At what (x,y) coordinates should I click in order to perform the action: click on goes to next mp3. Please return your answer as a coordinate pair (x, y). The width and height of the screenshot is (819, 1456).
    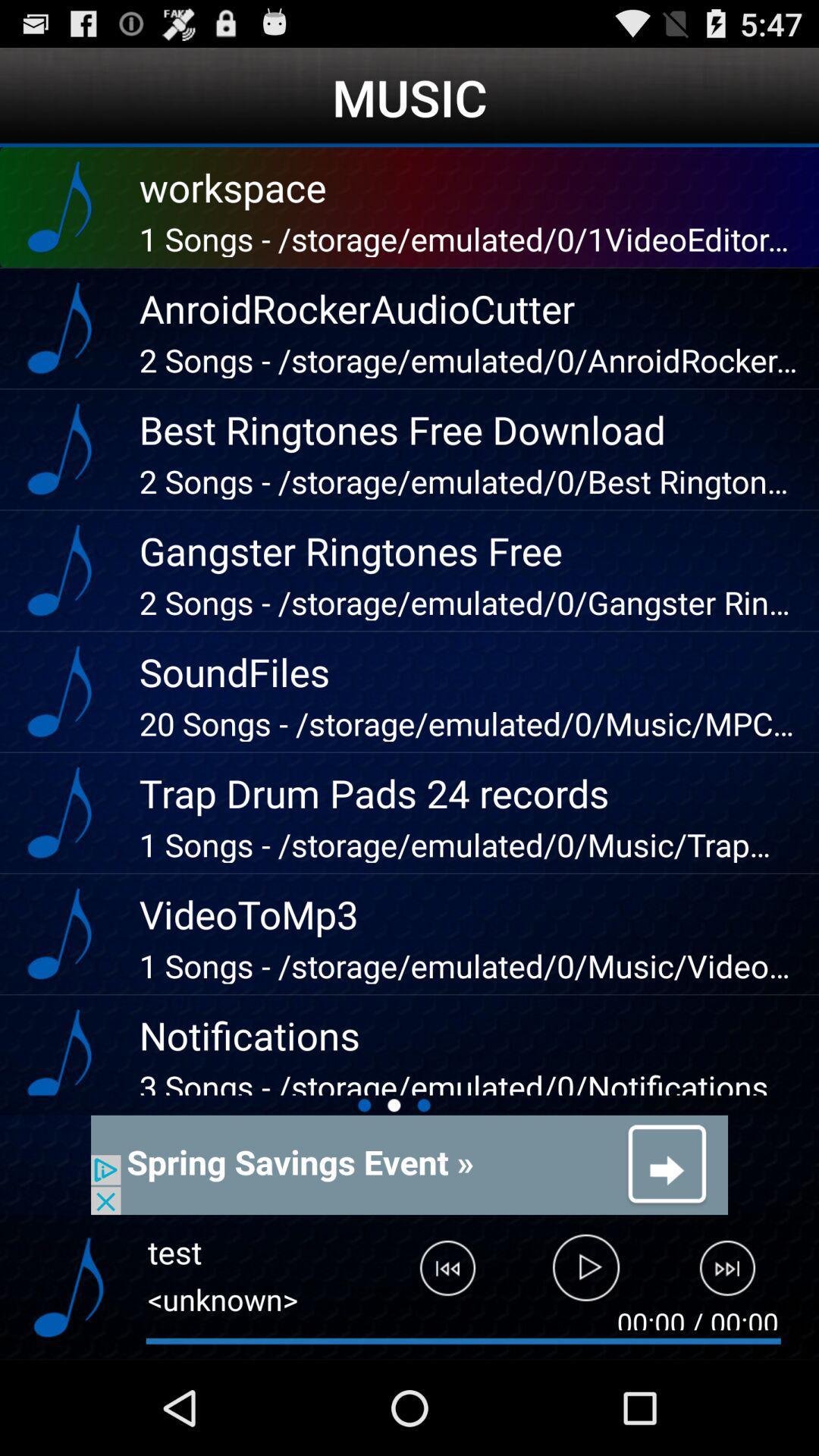
    Looking at the image, I should click on (736, 1274).